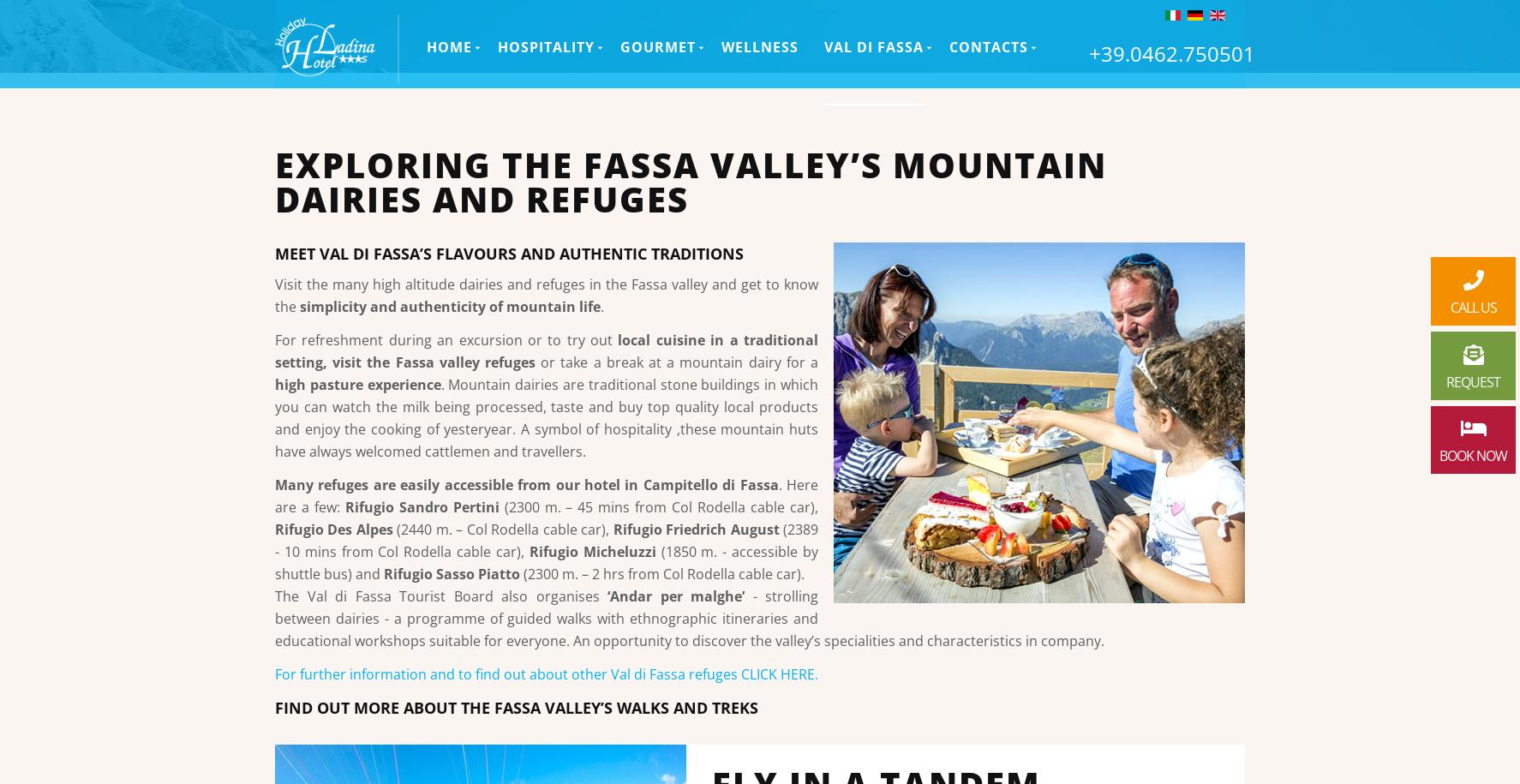 Image resolution: width=1520 pixels, height=784 pixels. What do you see at coordinates (546, 295) in the screenshot?
I see `'Visit the many high altitude dairies and refuges in the Fassa valley and get to know the'` at bounding box center [546, 295].